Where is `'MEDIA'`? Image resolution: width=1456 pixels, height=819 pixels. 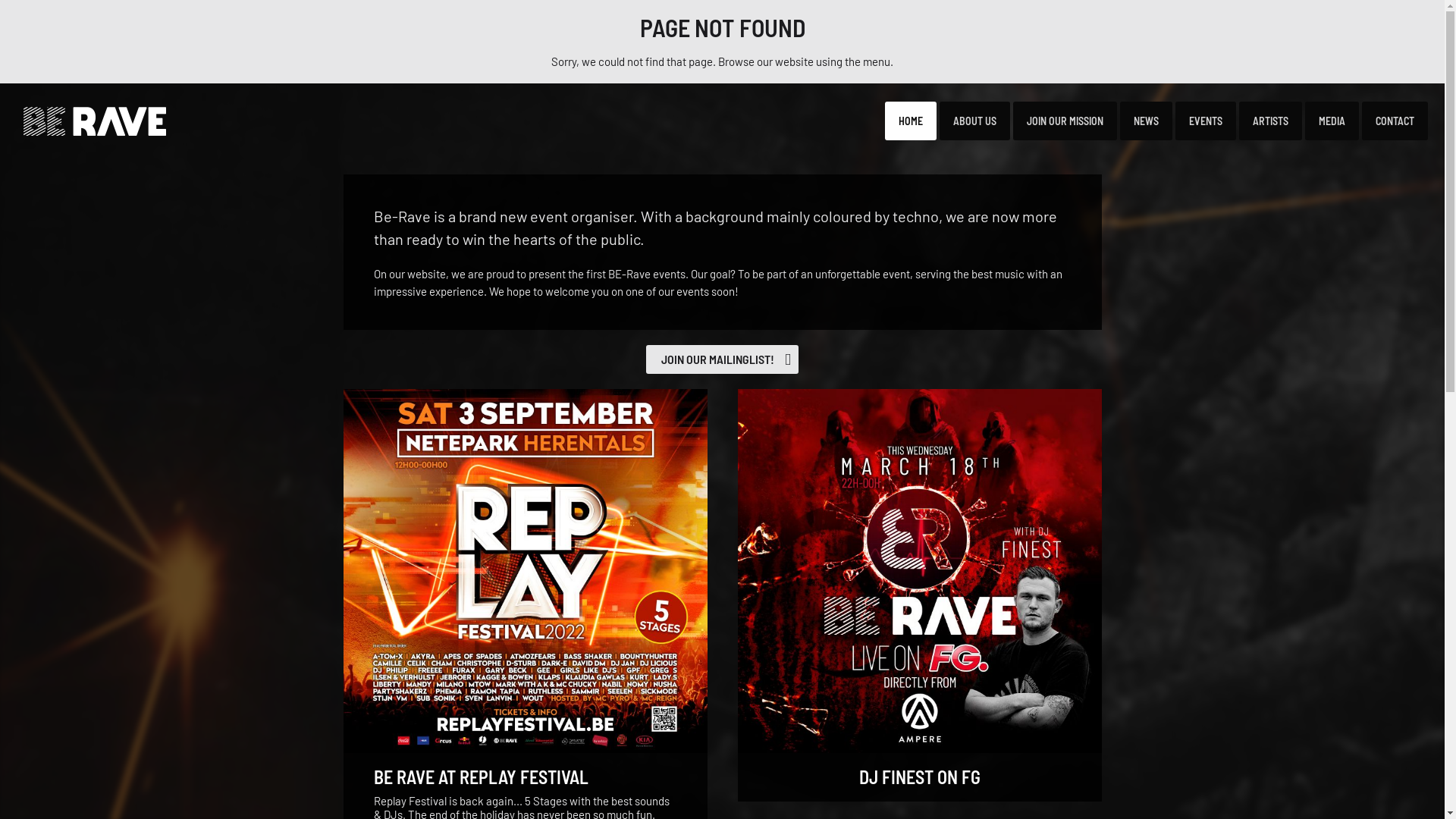 'MEDIA' is located at coordinates (1331, 120).